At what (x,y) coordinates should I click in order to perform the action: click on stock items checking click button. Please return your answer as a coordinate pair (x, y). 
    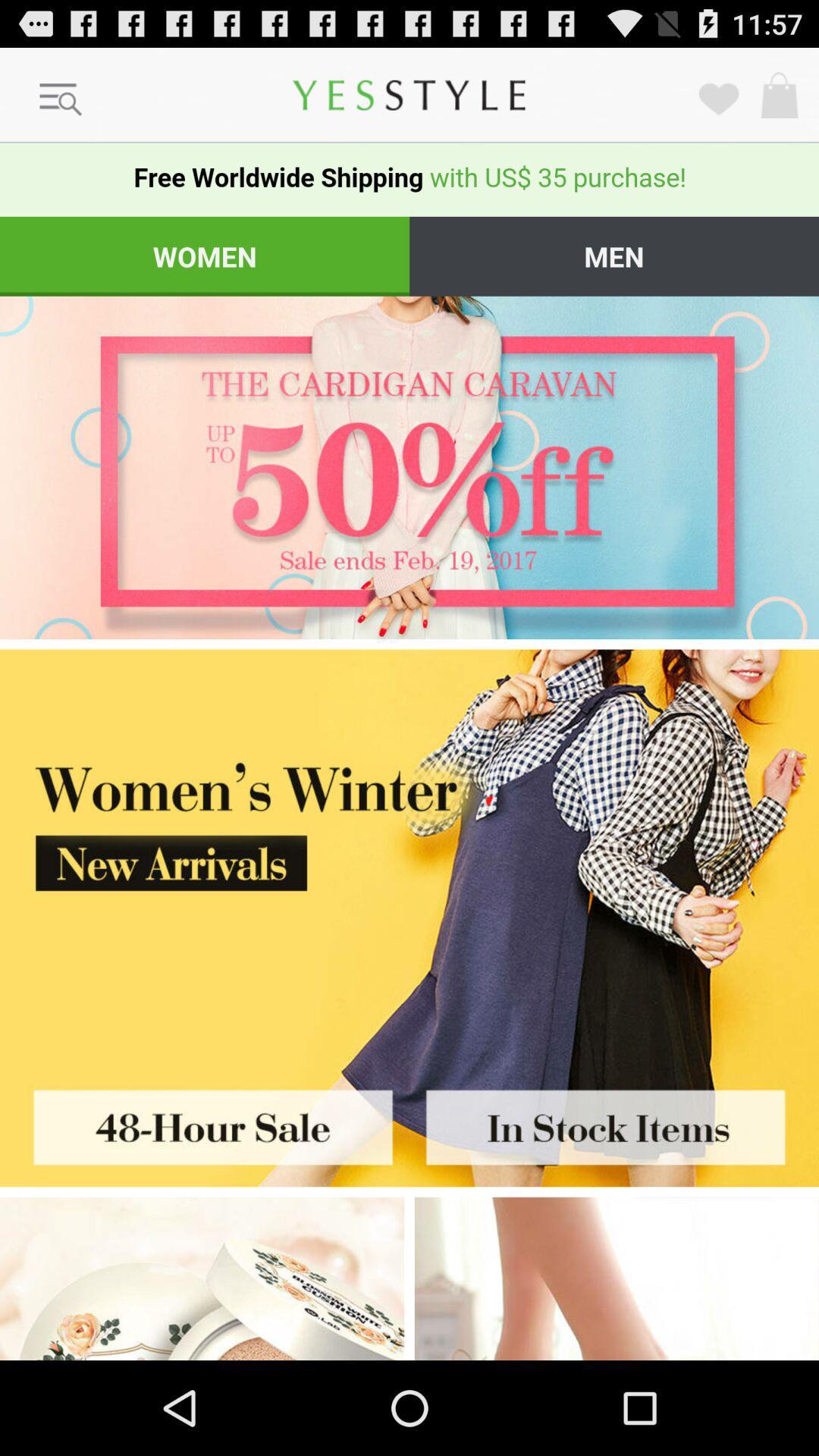
    Looking at the image, I should click on (614, 1122).